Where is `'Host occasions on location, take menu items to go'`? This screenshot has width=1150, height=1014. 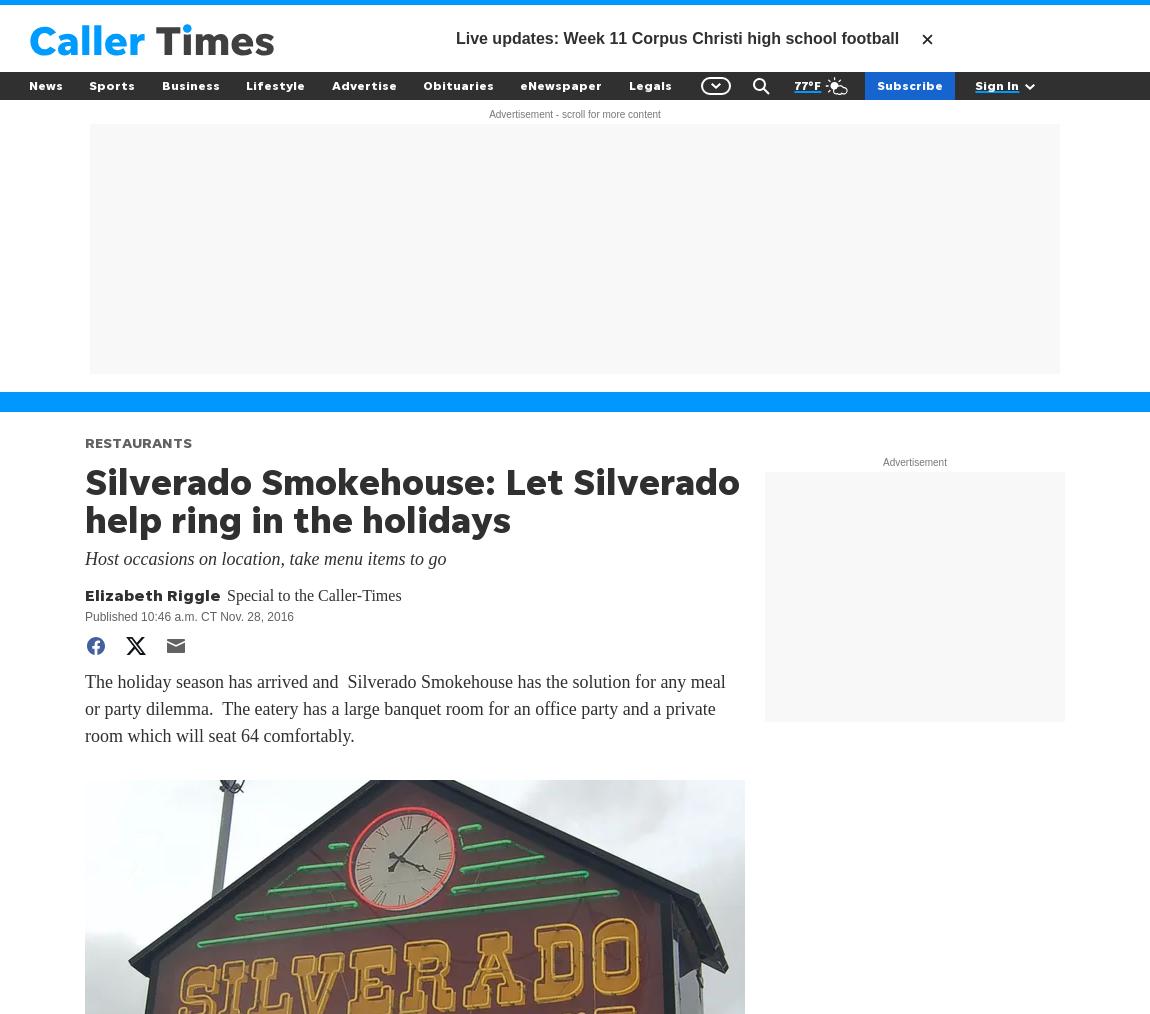 'Host occasions on location, take menu items to go' is located at coordinates (264, 558).